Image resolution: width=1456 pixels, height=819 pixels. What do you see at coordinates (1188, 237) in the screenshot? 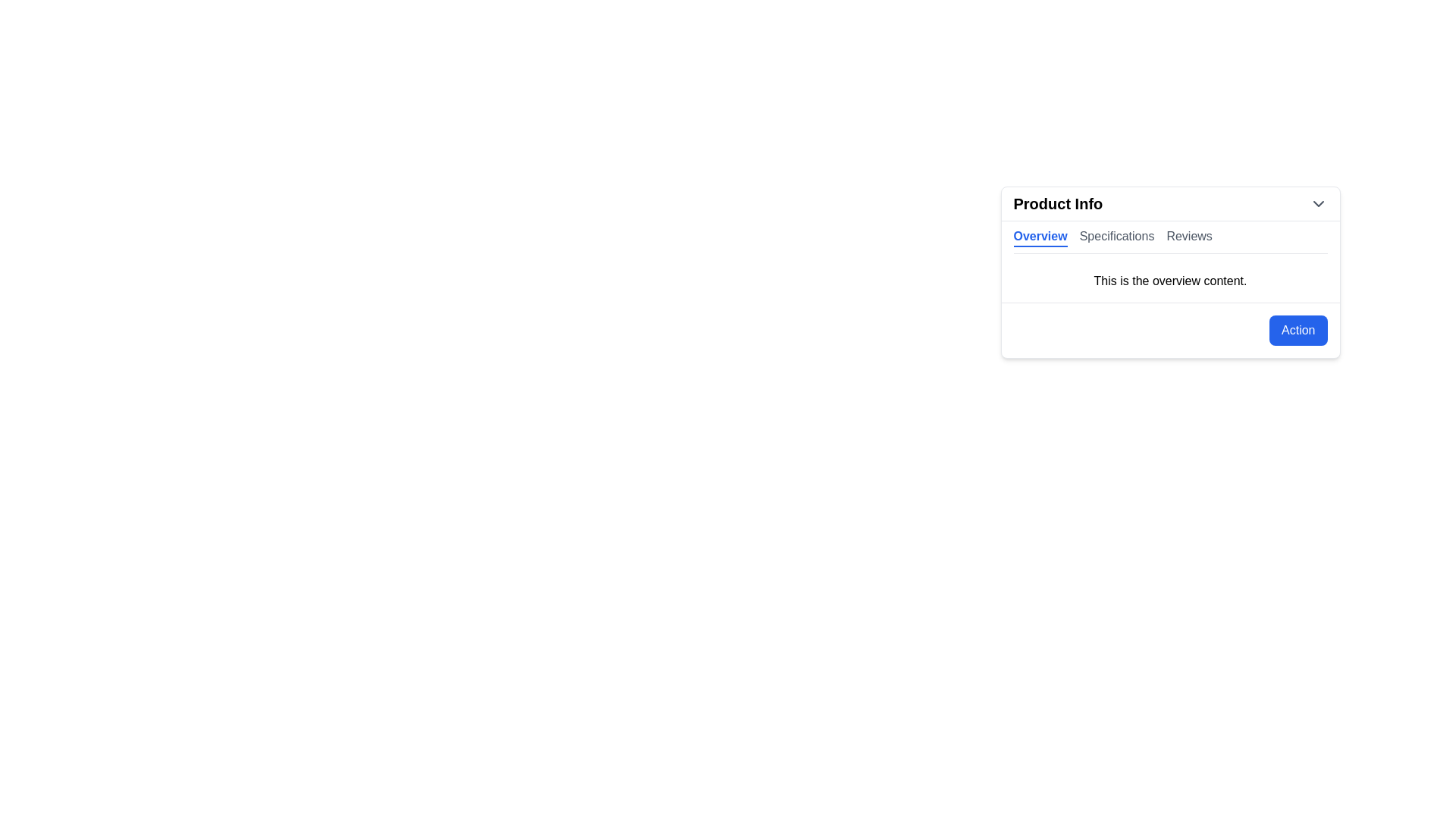
I see `the 'Reviews' tab in the horizontal tab menu located under the 'Product Info' section` at bounding box center [1188, 237].